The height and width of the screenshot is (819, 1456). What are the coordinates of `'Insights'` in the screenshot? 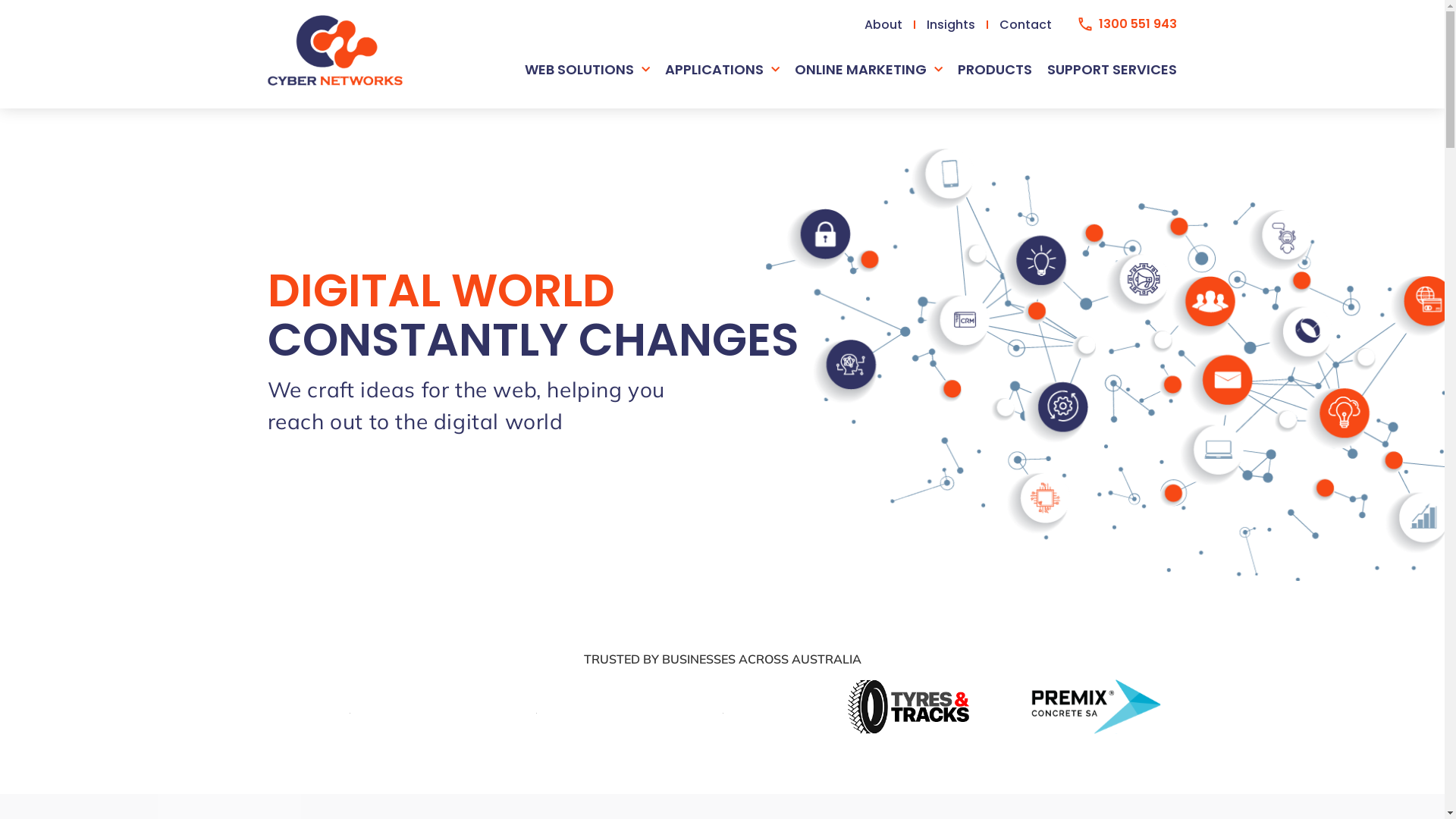 It's located at (950, 24).